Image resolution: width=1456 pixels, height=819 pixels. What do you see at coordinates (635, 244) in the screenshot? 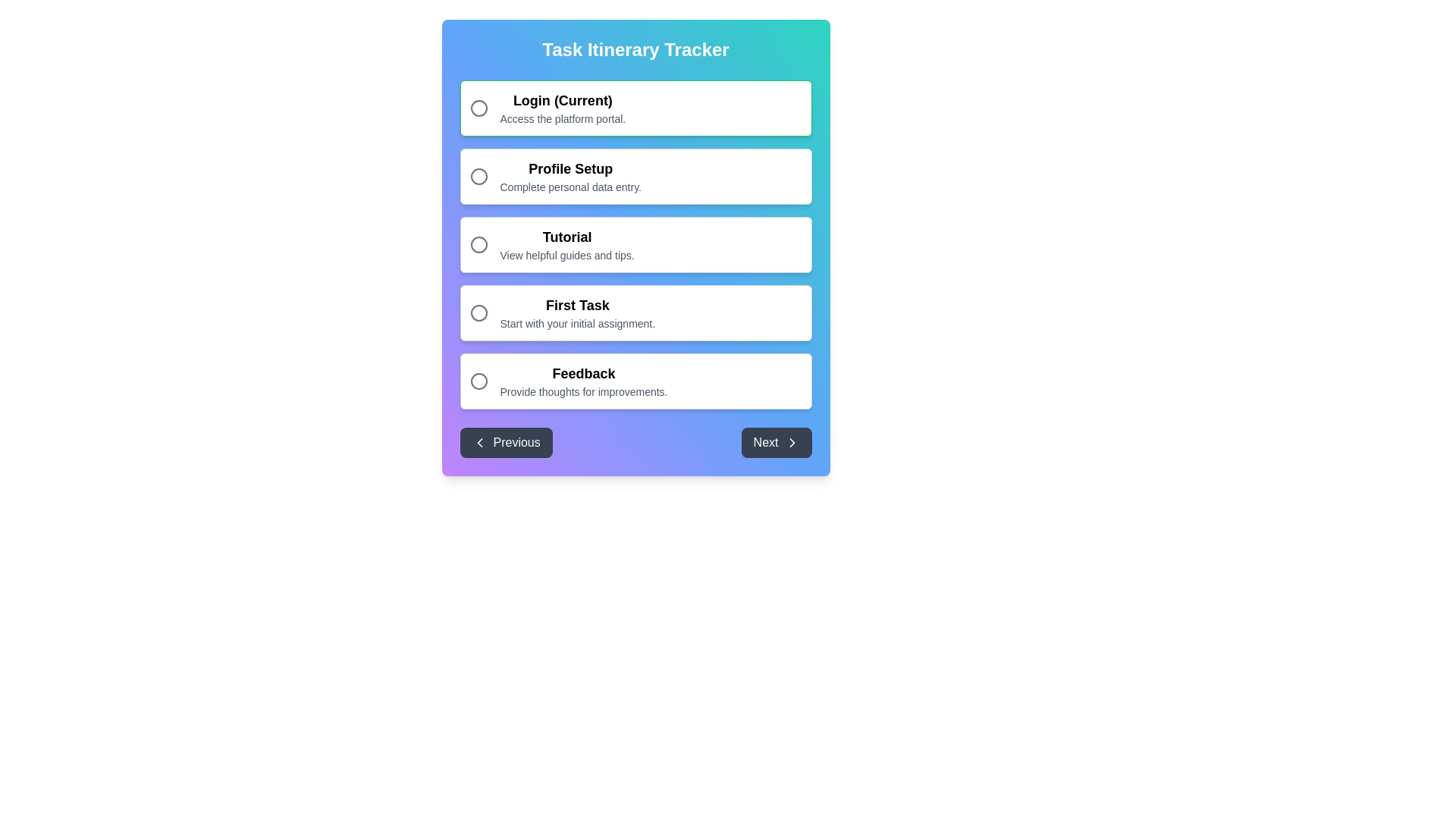
I see `to select the interactive card titled 'Tutorial' in the task tracker interface, which is the third card in the vertical list of cards` at bounding box center [635, 244].